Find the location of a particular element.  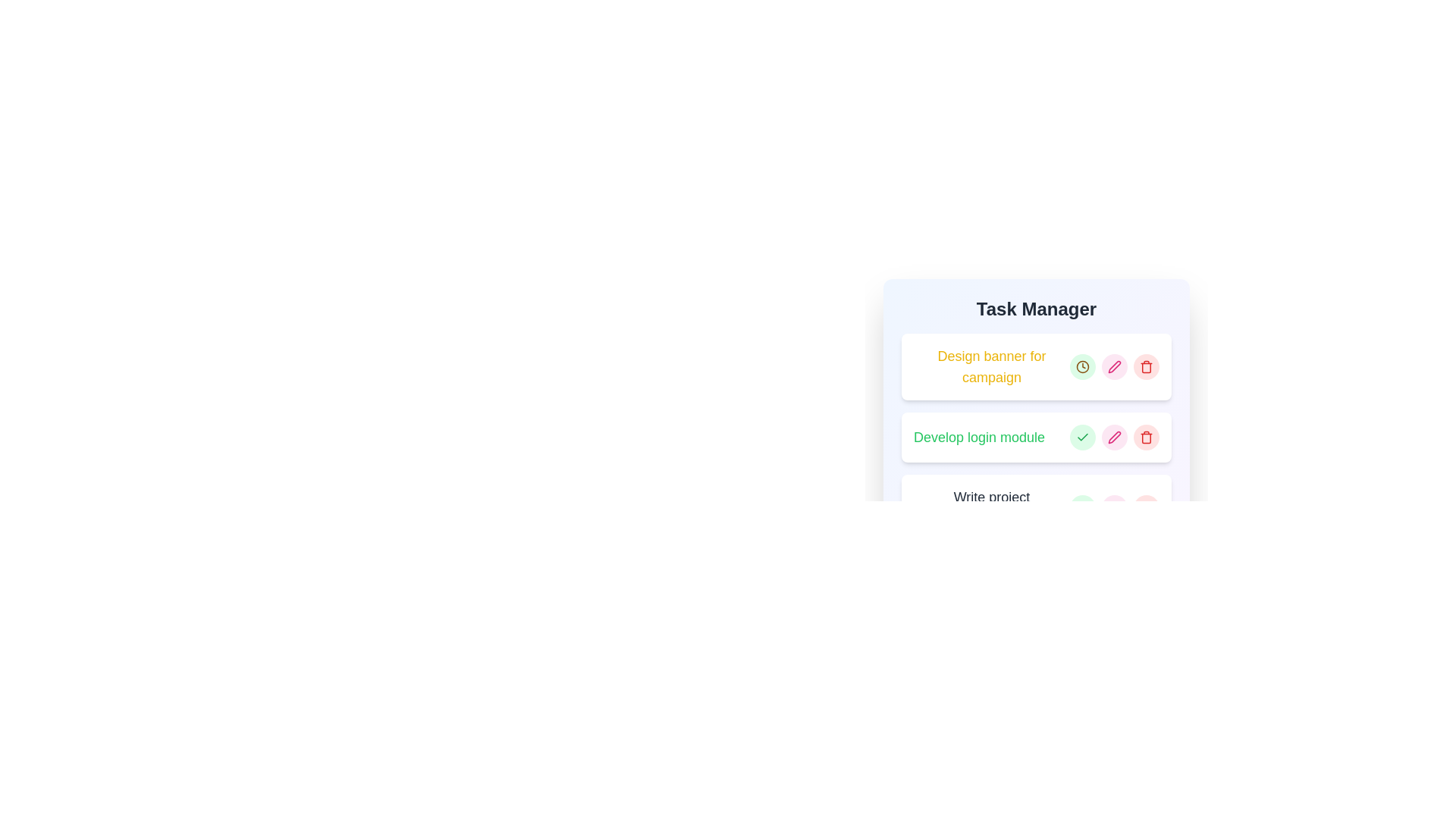

the delete icon button located on the right-hand side of the second task in the task list is located at coordinates (1147, 438).